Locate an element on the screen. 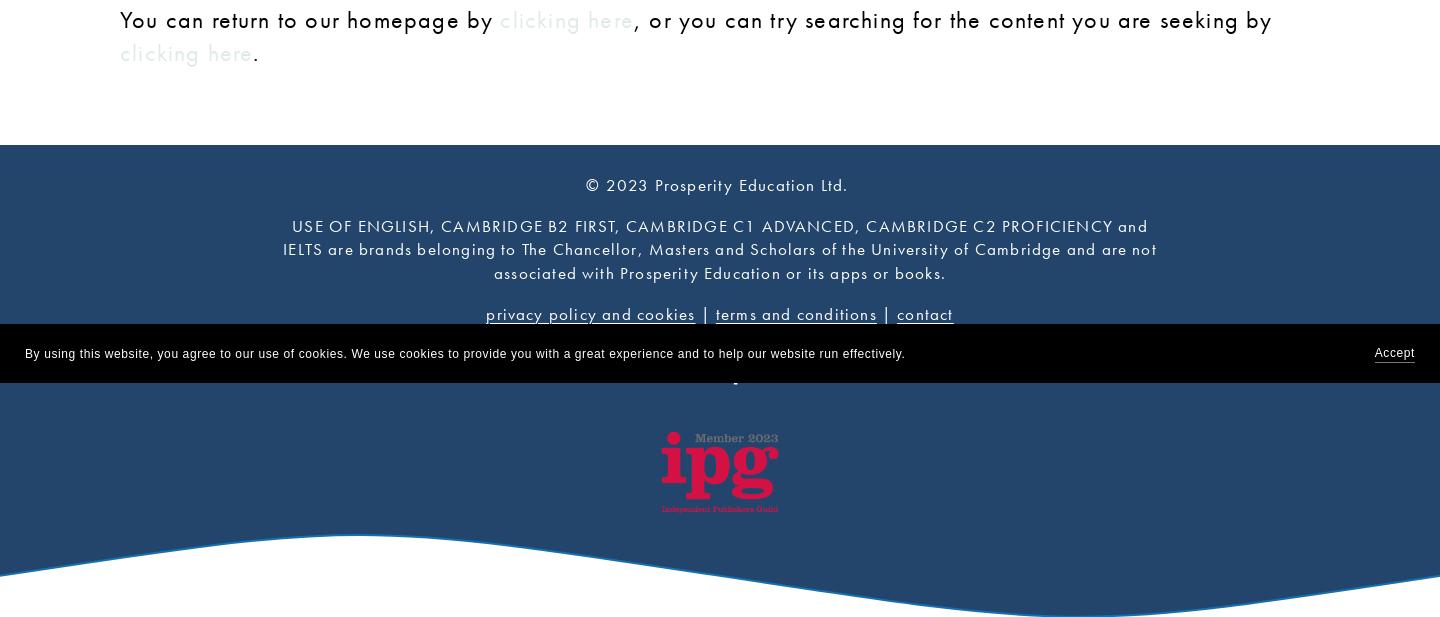  'Blog' is located at coordinates (719, 346).